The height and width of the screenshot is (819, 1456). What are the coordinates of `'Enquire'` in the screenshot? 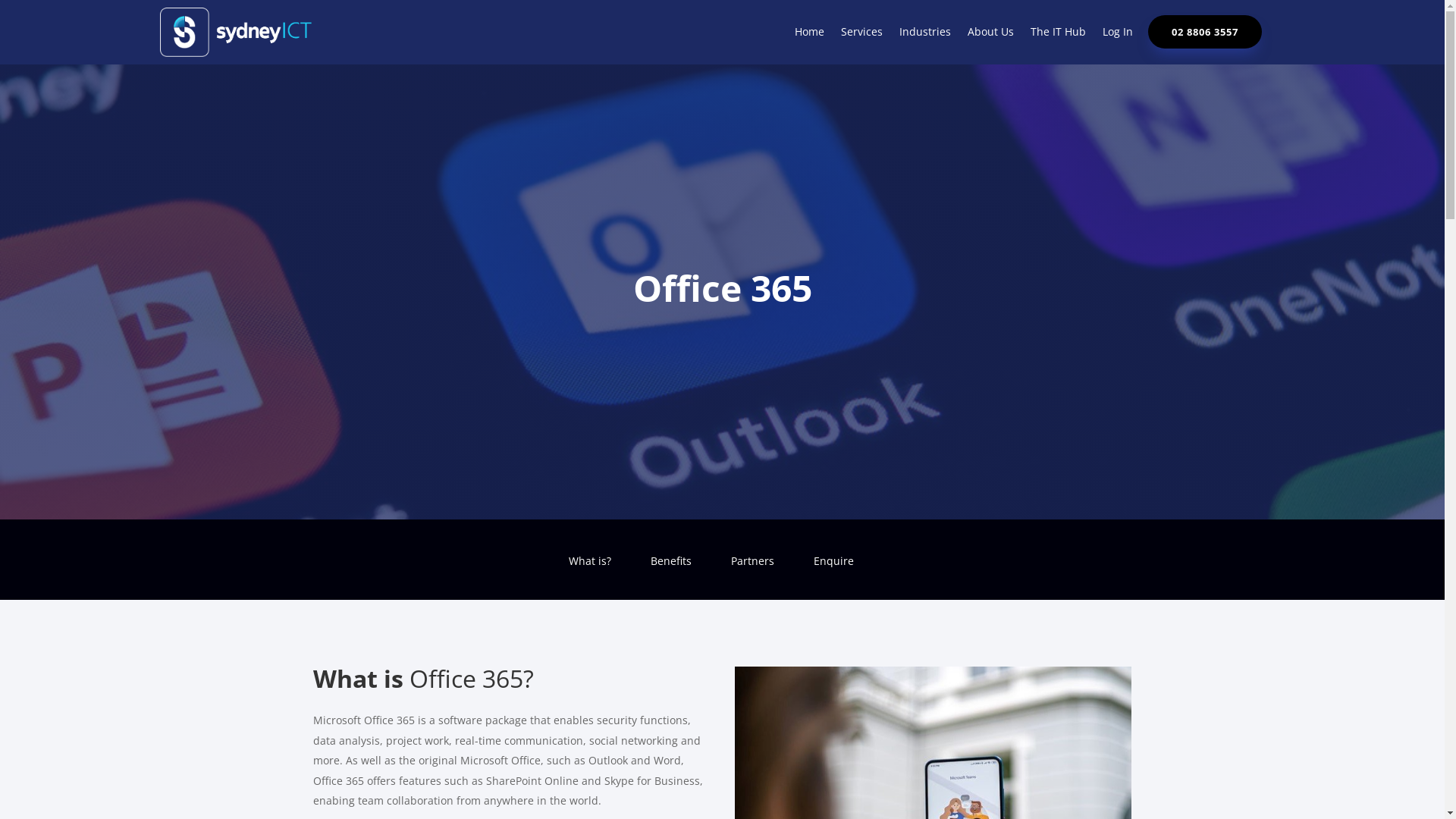 It's located at (811, 572).